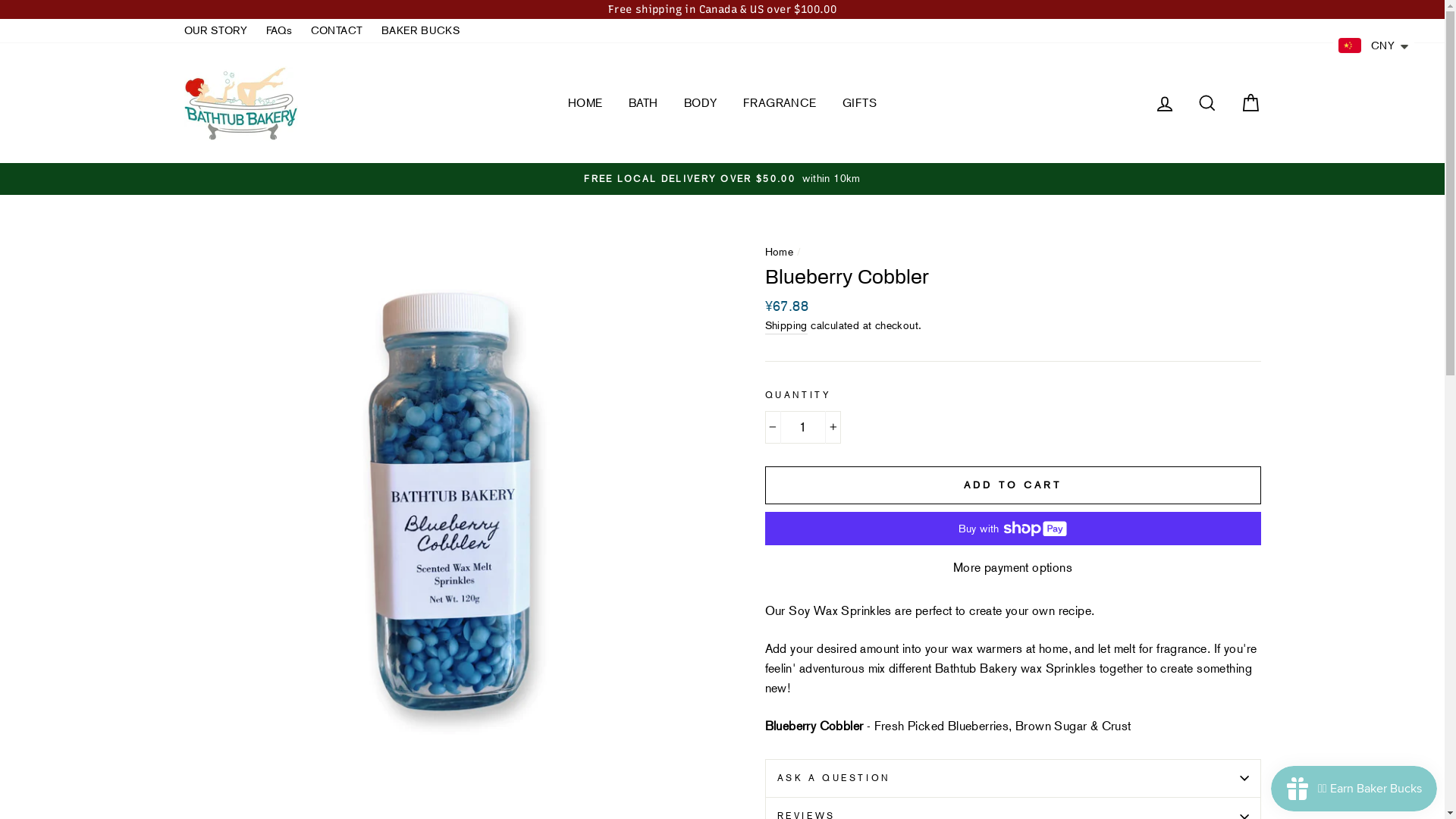 The width and height of the screenshot is (1456, 819). What do you see at coordinates (1249, 102) in the screenshot?
I see `'Cart'` at bounding box center [1249, 102].